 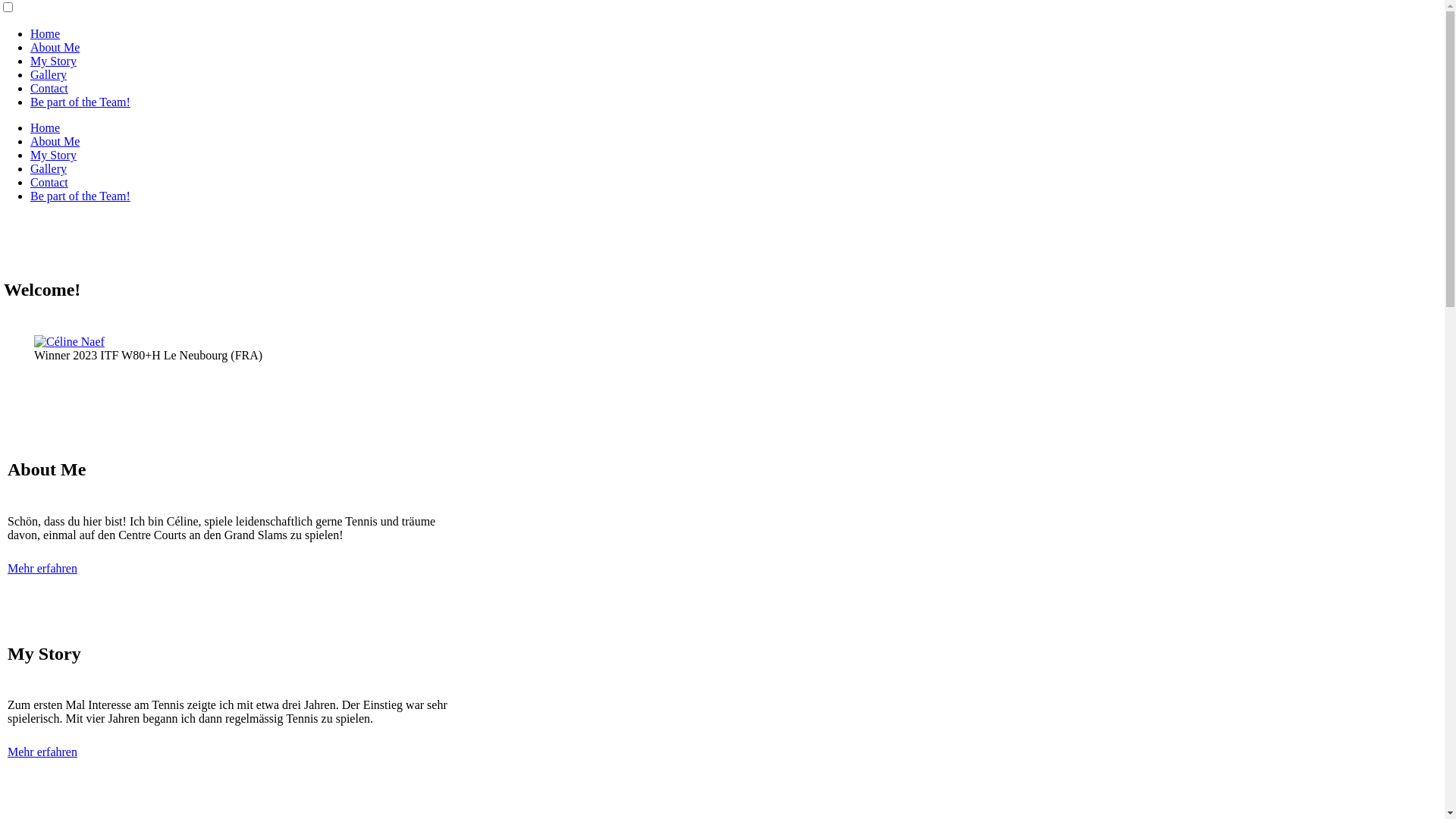 I want to click on 'Contact', so click(x=30, y=88).